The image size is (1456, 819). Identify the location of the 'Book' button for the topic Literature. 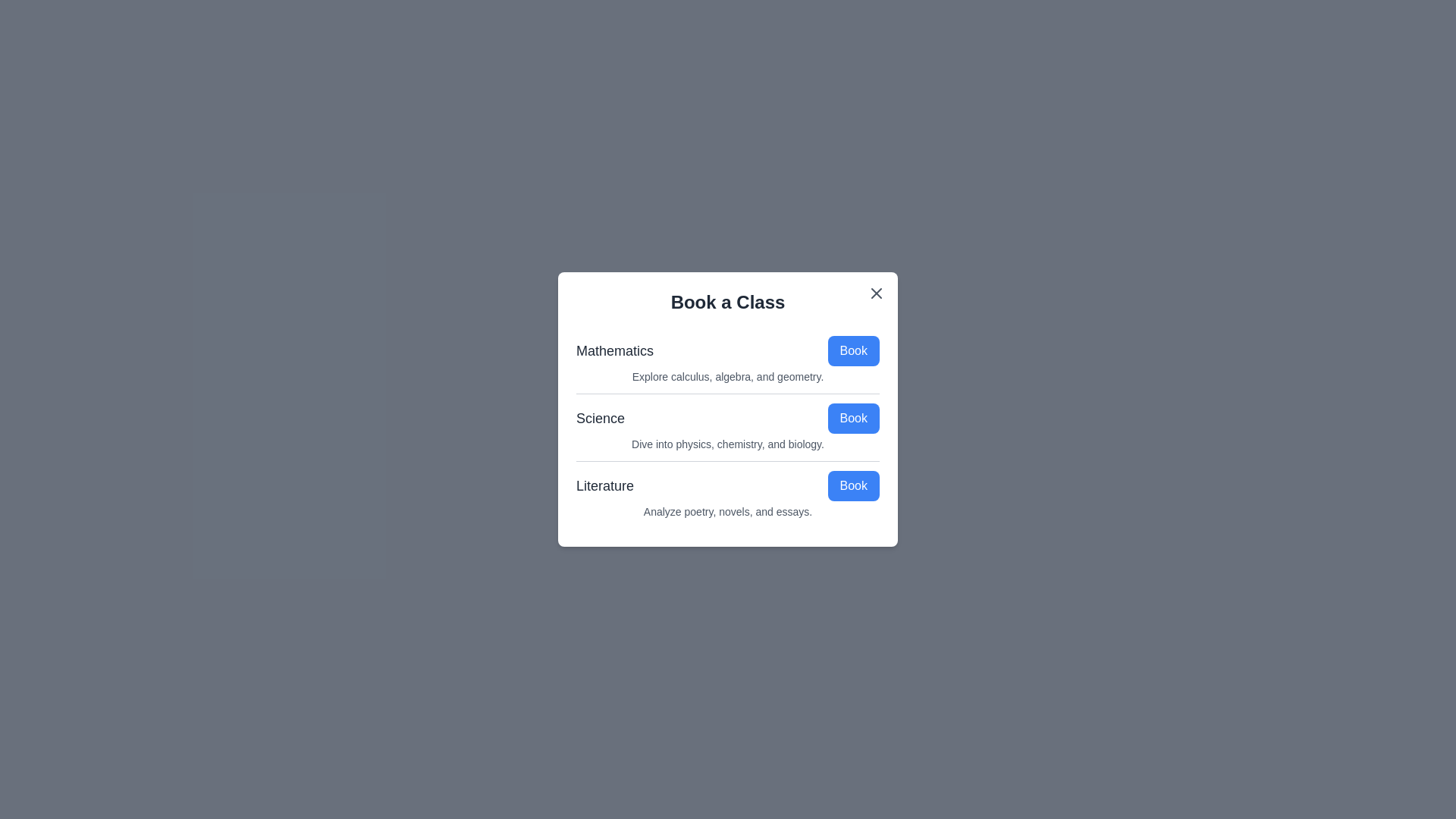
(853, 485).